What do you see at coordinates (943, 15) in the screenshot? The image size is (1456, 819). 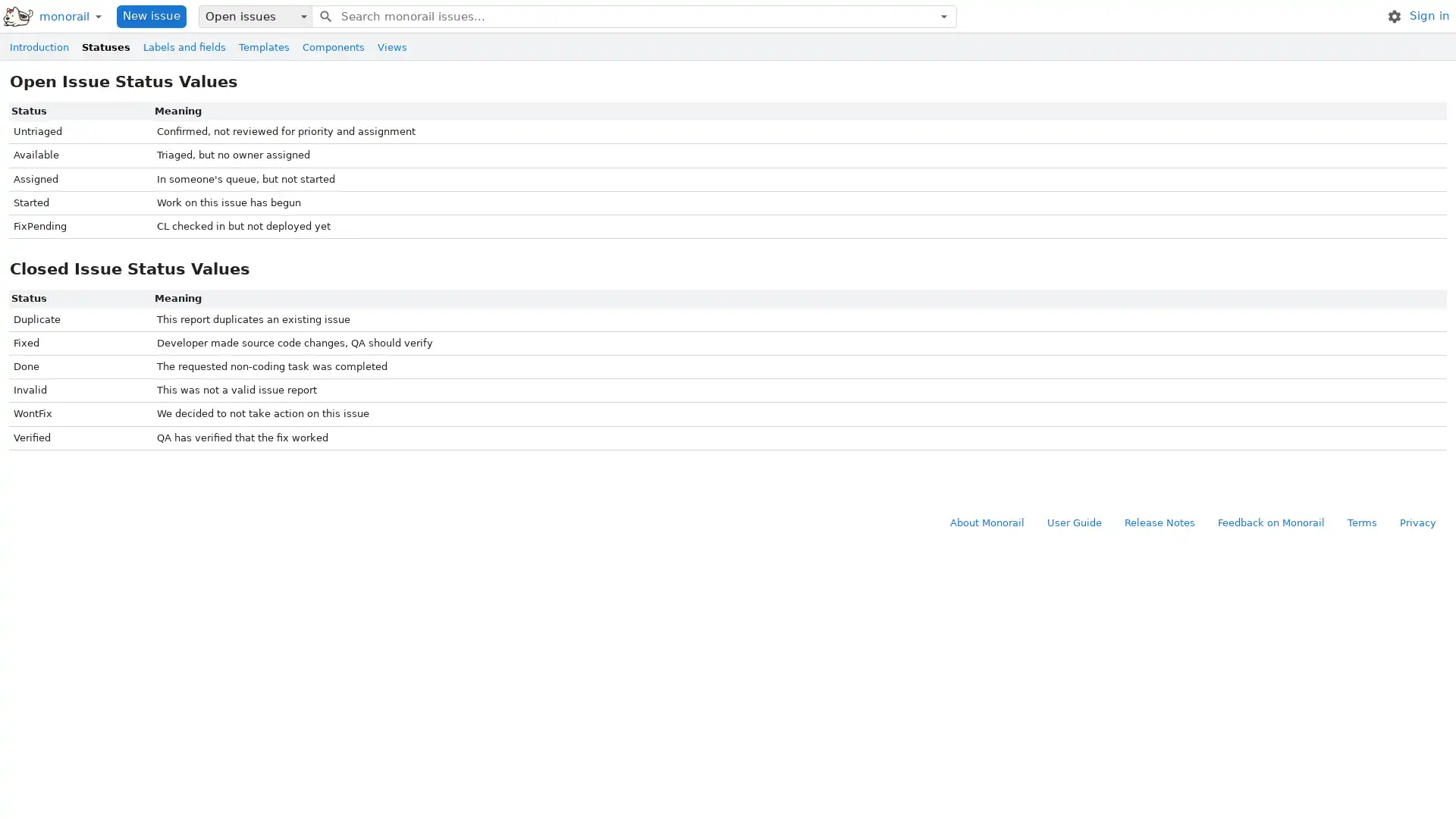 I see `Search options` at bounding box center [943, 15].